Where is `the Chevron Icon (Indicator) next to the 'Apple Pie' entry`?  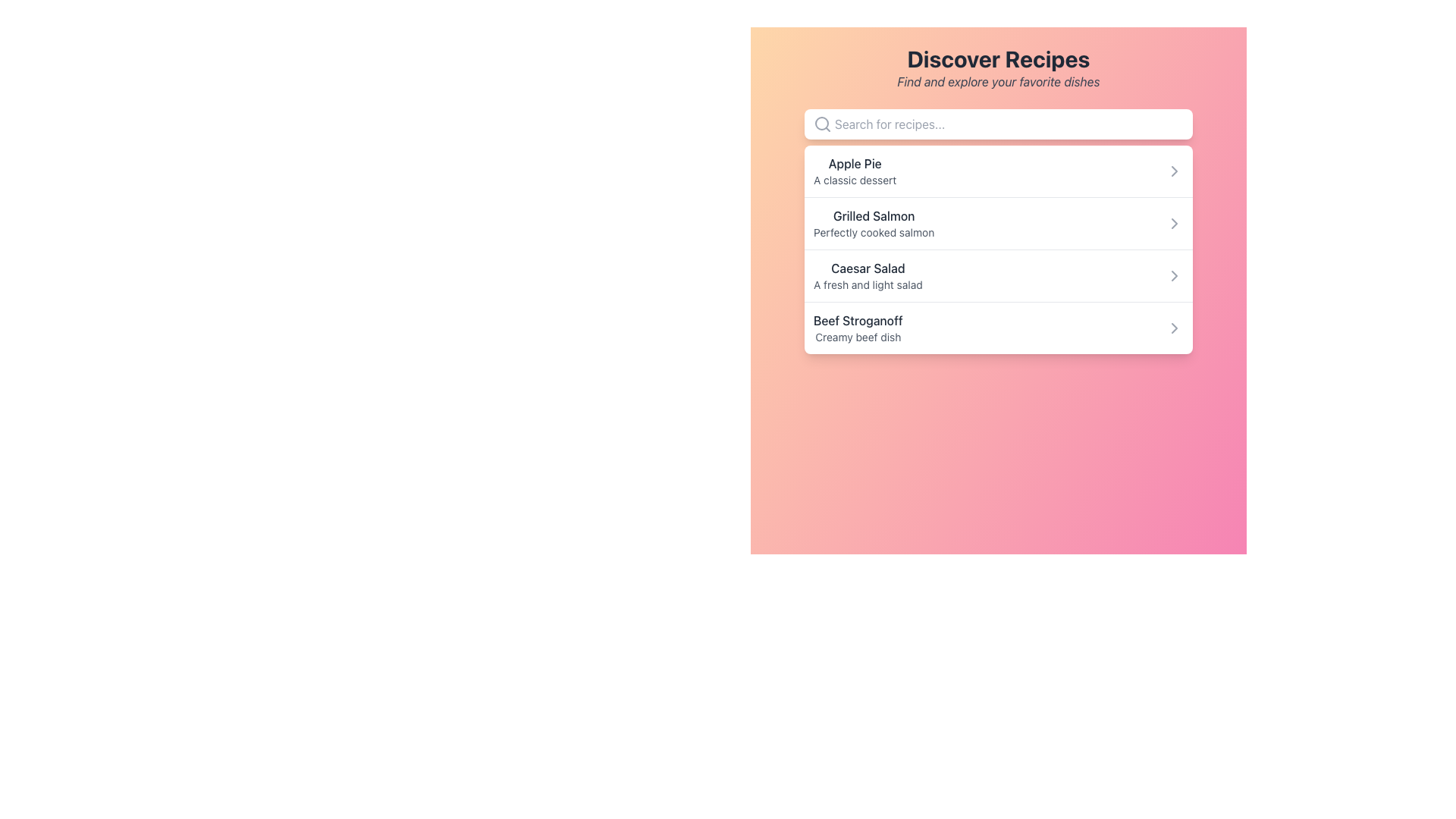
the Chevron Icon (Indicator) next to the 'Apple Pie' entry is located at coordinates (1174, 171).